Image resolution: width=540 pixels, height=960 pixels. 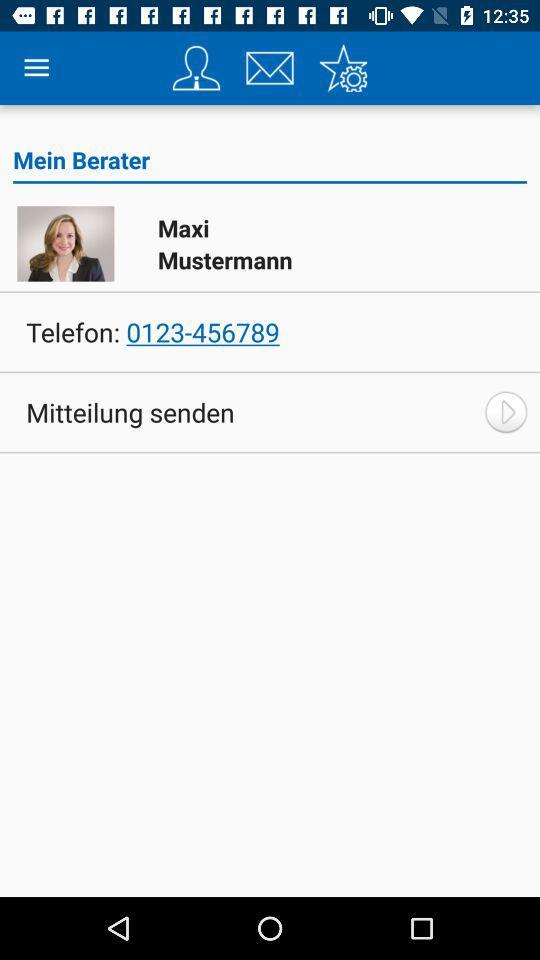 I want to click on telefon: 0123-456789 icon, so click(x=151, y=332).